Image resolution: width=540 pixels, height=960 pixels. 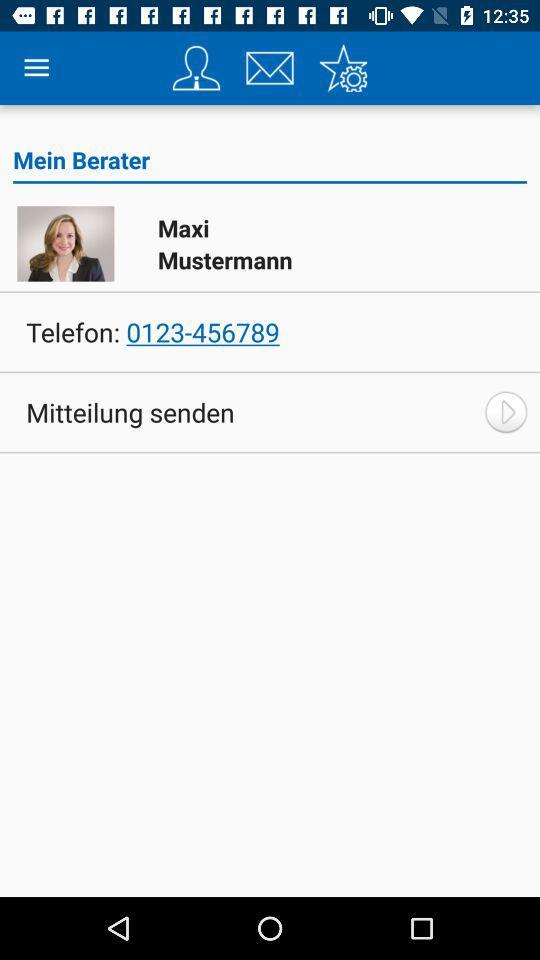 I want to click on telefon: 0123-456789 icon, so click(x=151, y=332).